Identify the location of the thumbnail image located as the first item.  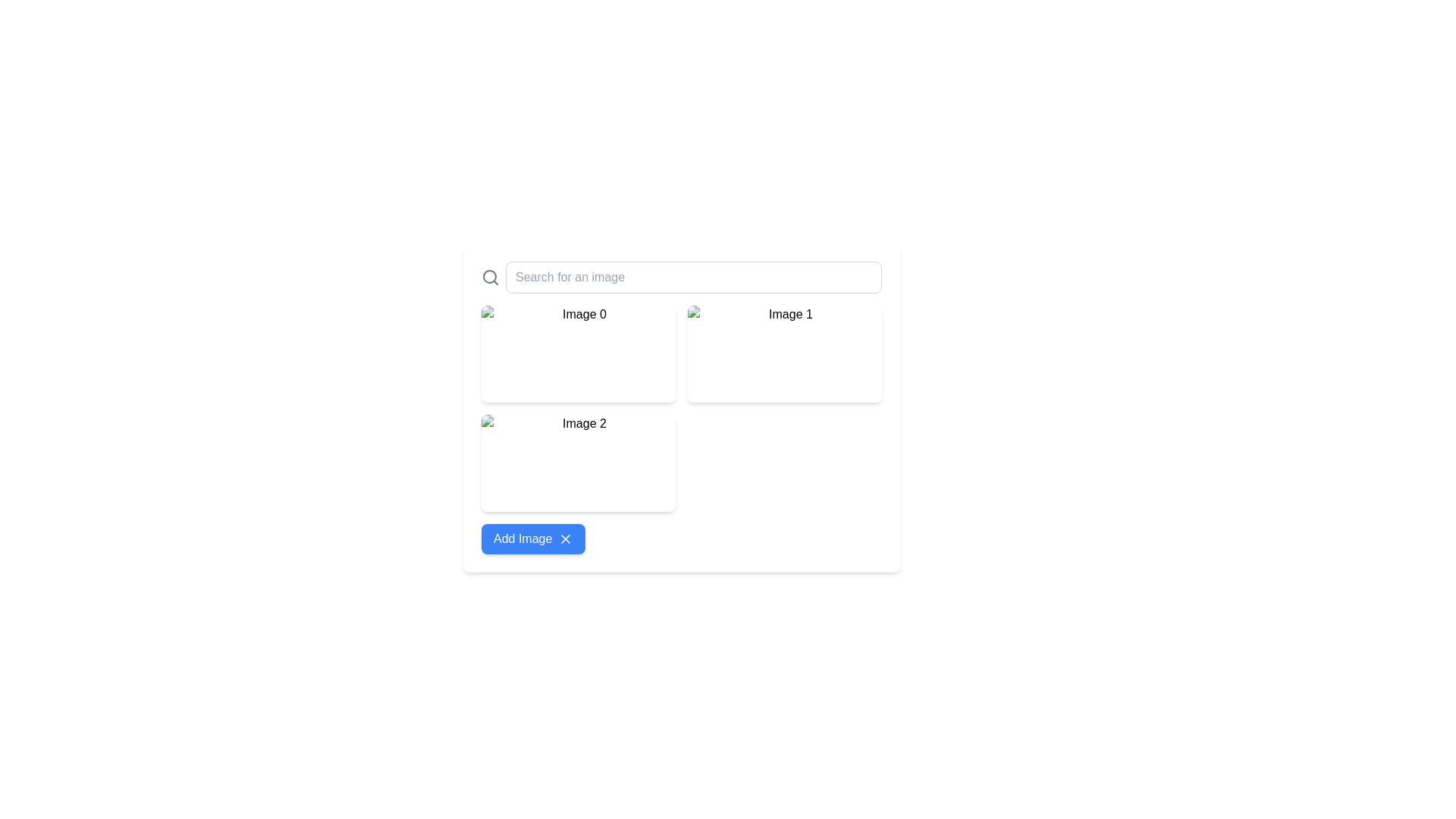
(578, 462).